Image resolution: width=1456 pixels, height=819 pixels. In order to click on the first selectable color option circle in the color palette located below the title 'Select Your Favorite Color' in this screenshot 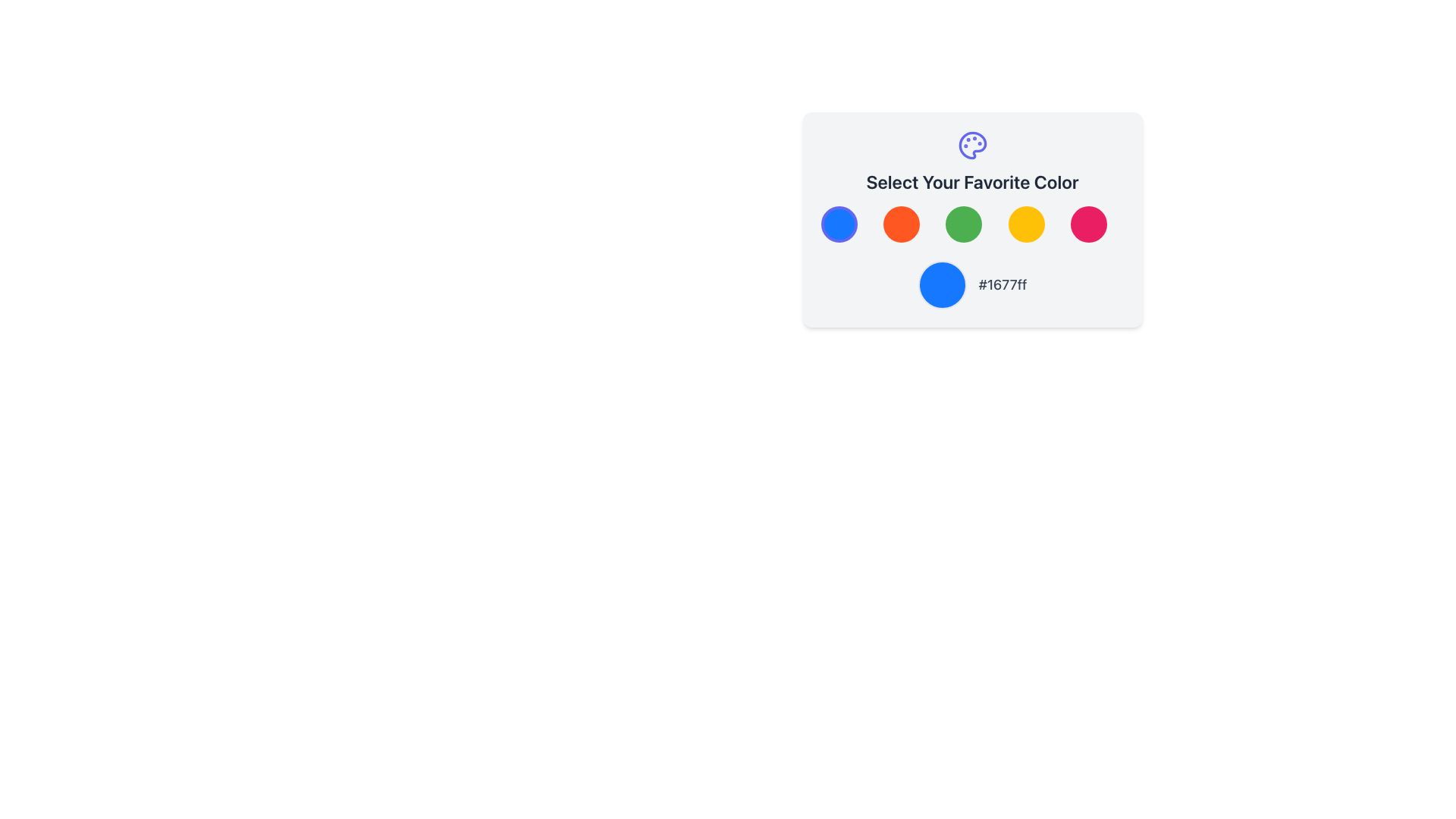, I will do `click(838, 224)`.